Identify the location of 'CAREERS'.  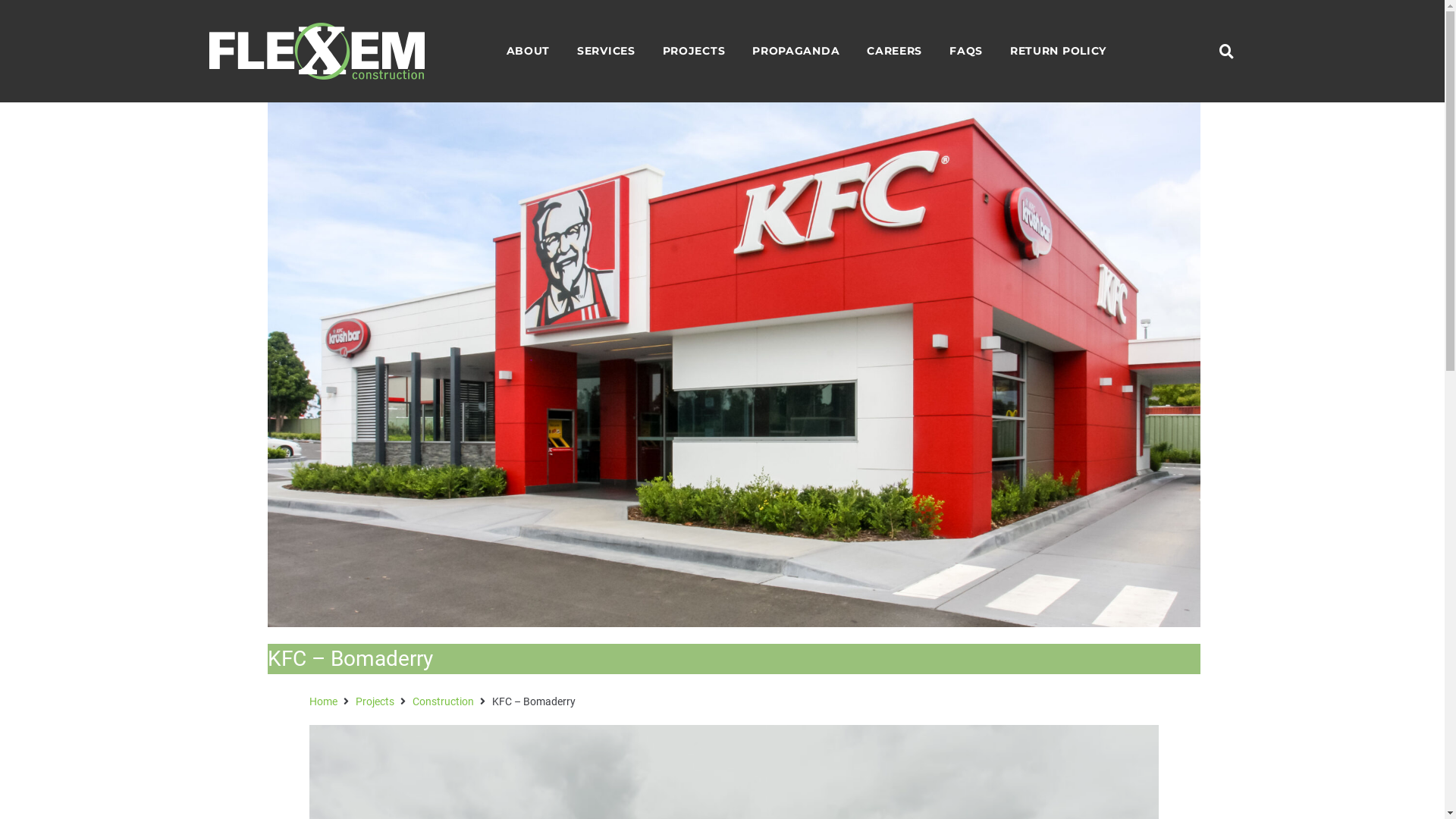
(894, 50).